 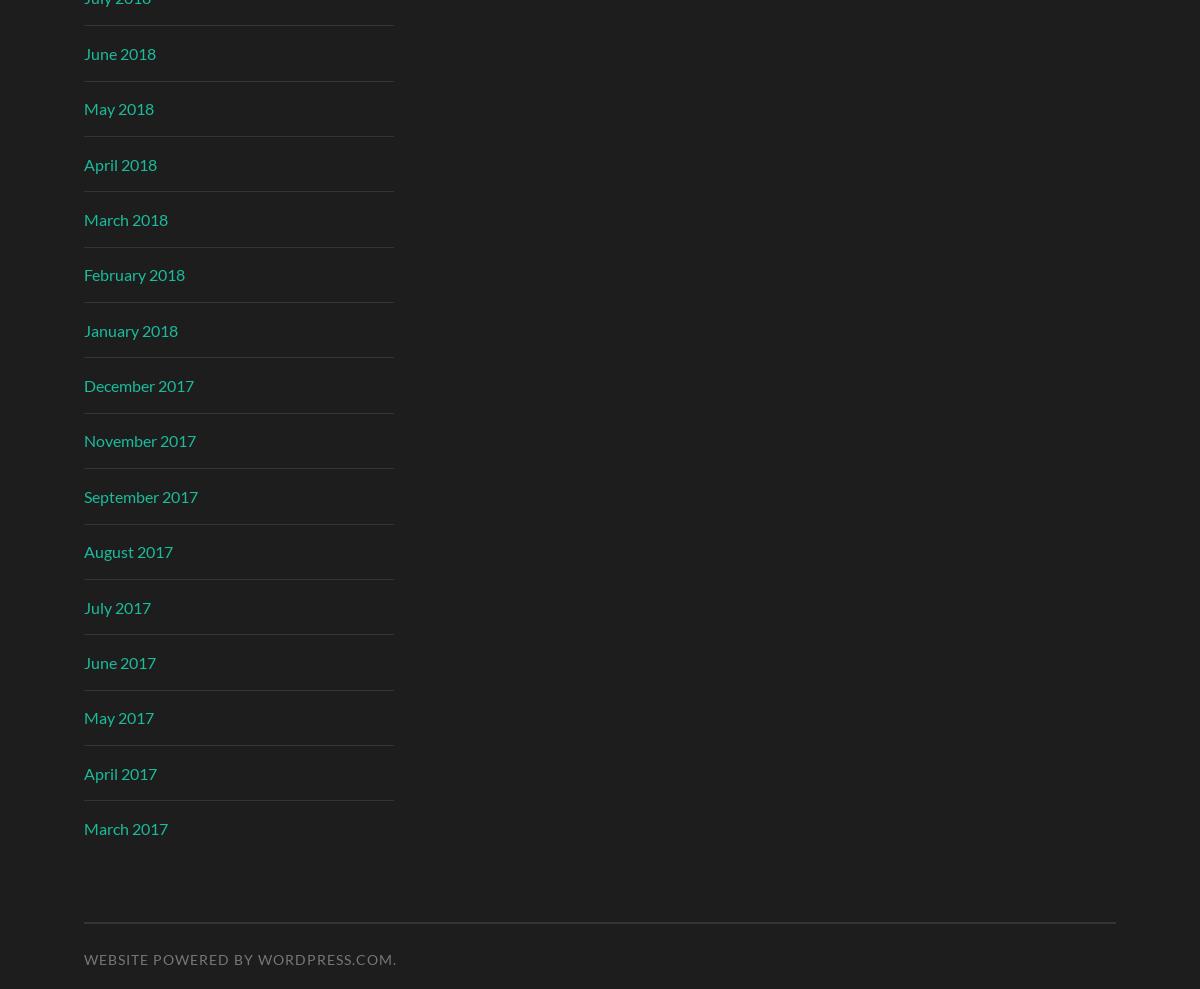 I want to click on 'August 2017', so click(x=128, y=550).